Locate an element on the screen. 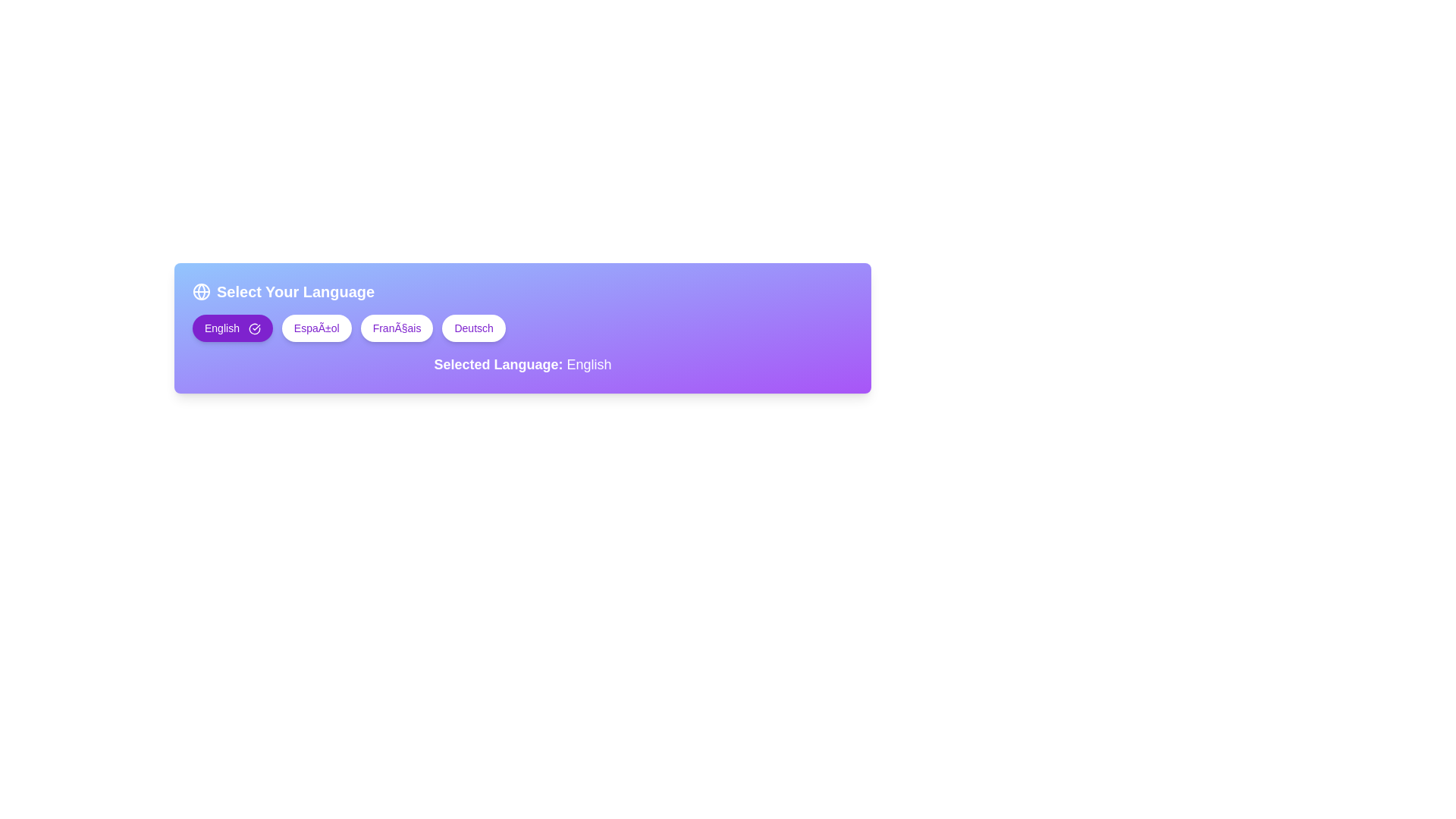 The width and height of the screenshot is (1456, 819). the pill-shaped button with a purple background and white text labeled 'English' is located at coordinates (231, 327).